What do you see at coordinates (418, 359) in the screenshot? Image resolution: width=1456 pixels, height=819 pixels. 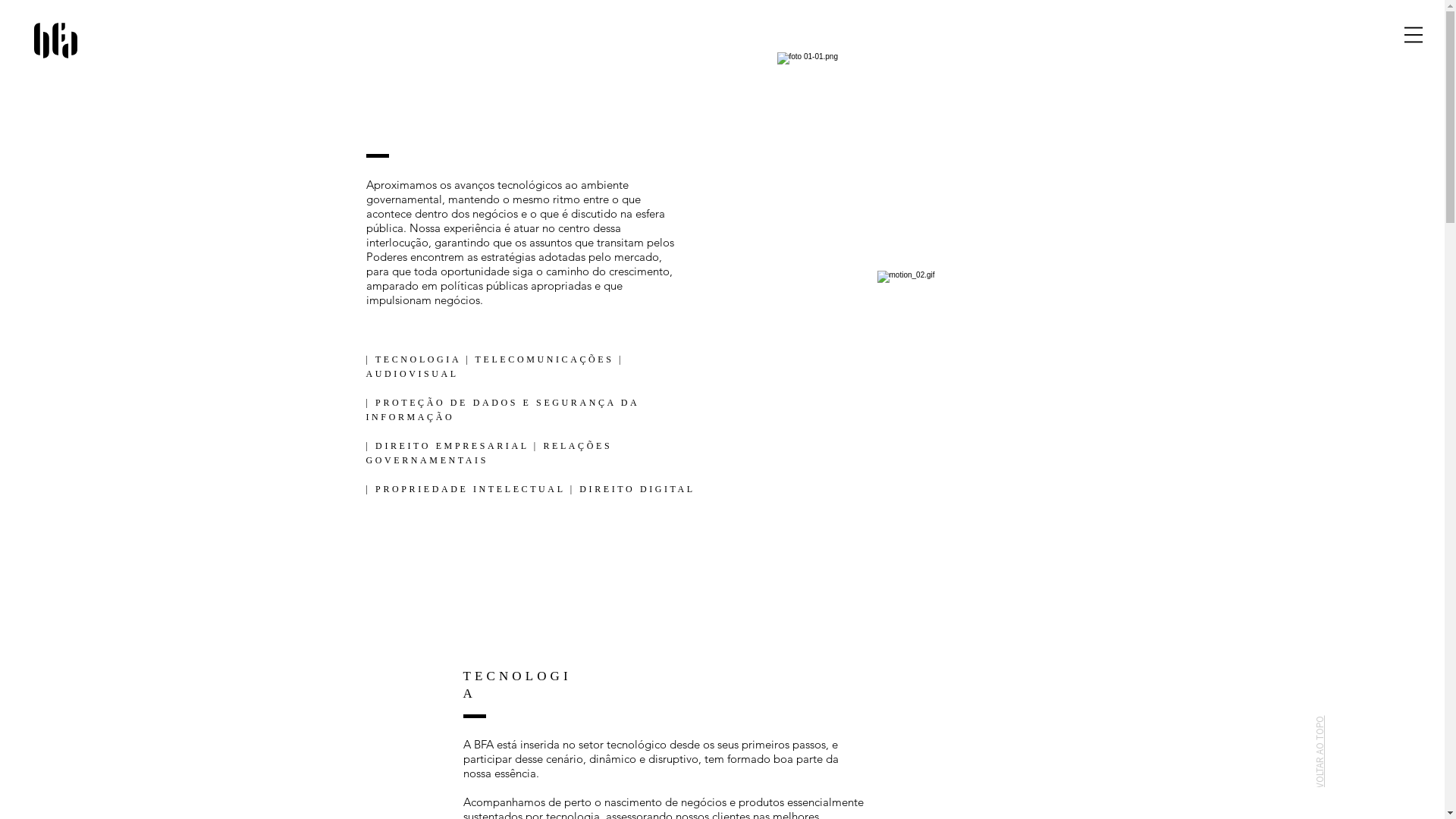 I see `'TECNOLOGIA'` at bounding box center [418, 359].